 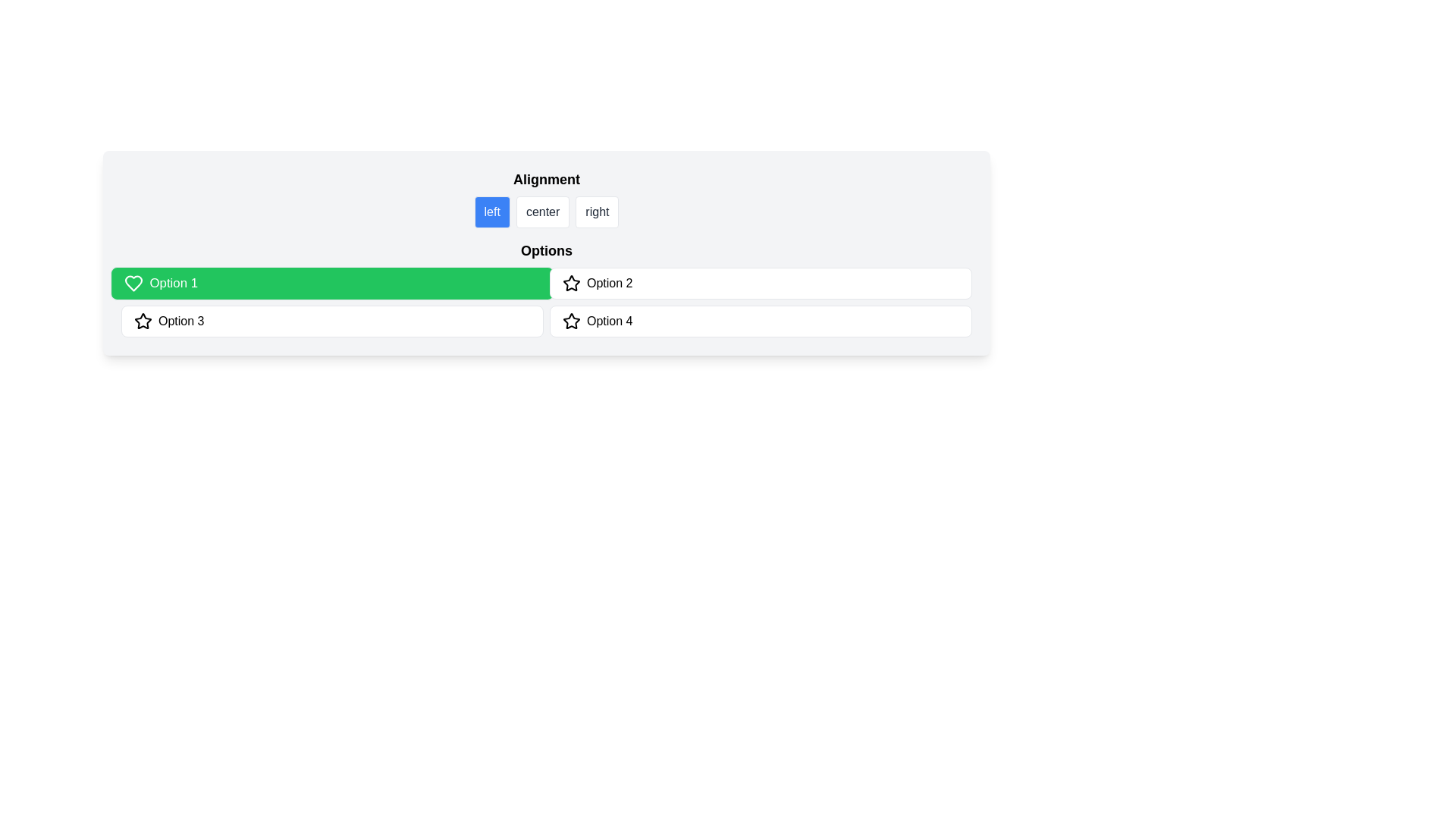 I want to click on the star-shaped Decorative Icon located next to 'Option 2' in the 'Options' section to interact with the feature, so click(x=570, y=283).